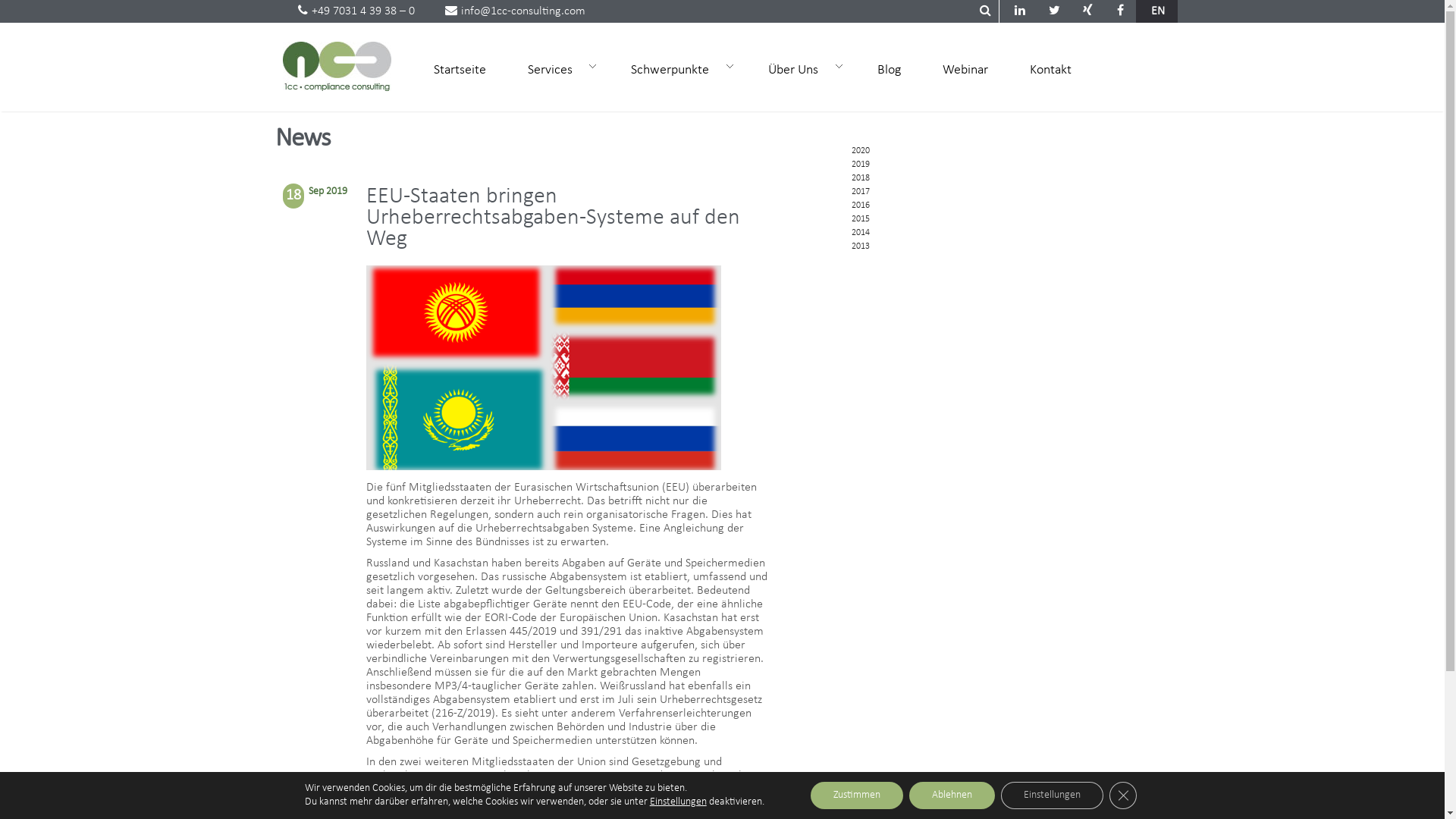  What do you see at coordinates (443, 11) in the screenshot?
I see `'info@1cc-consulting.com'` at bounding box center [443, 11].